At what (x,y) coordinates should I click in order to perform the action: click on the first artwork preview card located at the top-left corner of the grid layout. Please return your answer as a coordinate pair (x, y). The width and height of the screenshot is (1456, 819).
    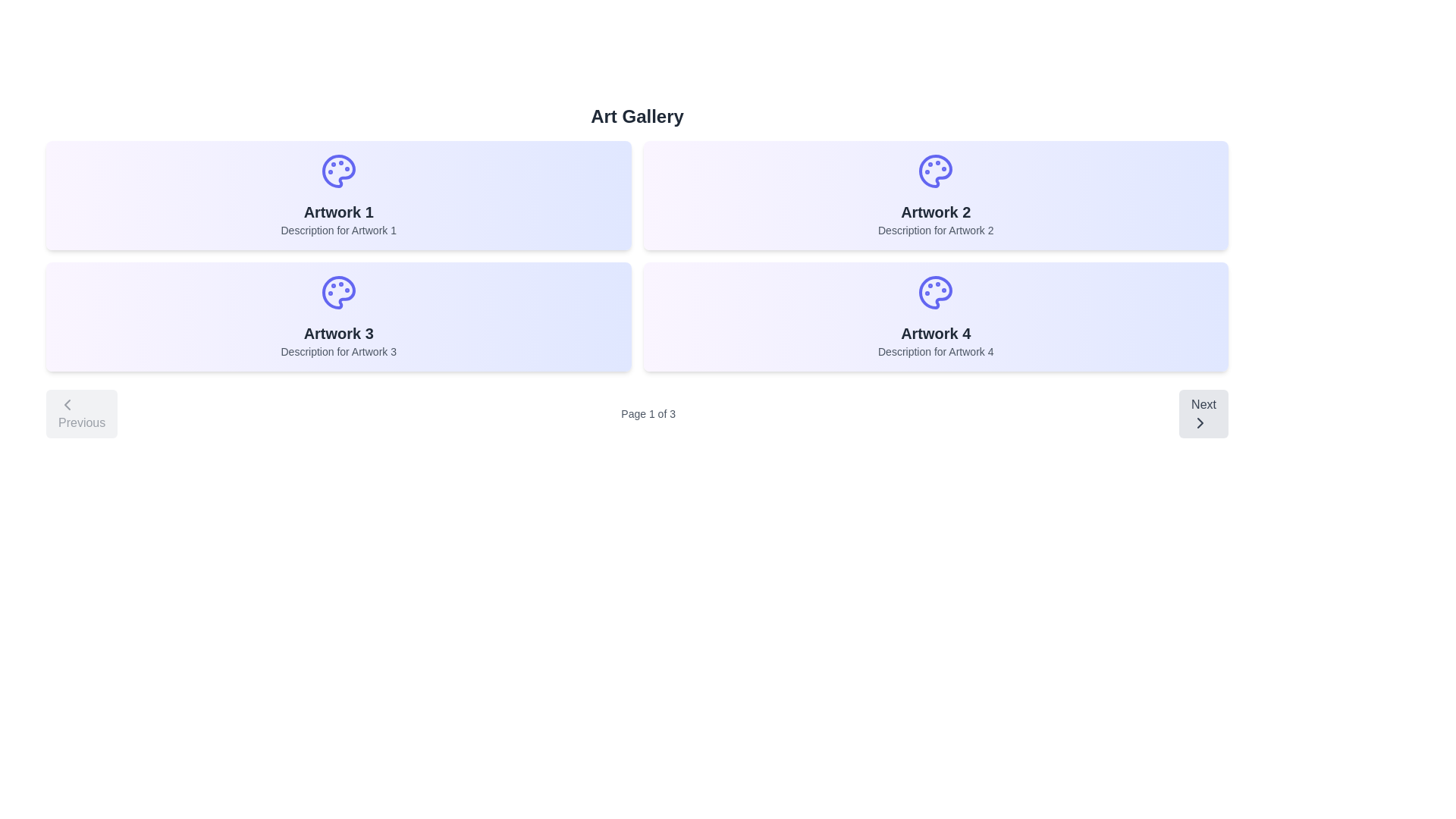
    Looking at the image, I should click on (337, 195).